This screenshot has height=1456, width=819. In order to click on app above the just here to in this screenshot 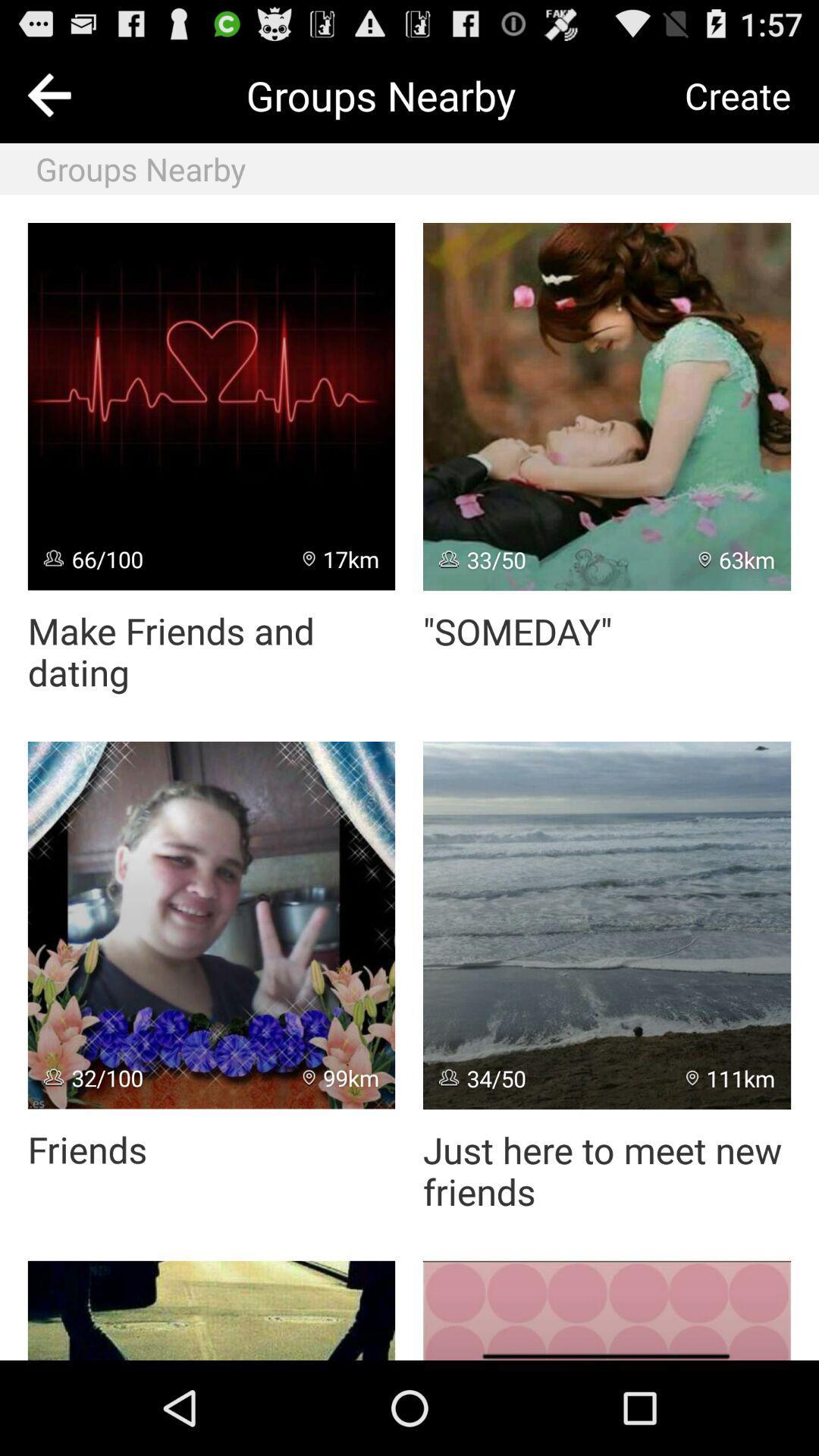, I will do `click(730, 1077)`.